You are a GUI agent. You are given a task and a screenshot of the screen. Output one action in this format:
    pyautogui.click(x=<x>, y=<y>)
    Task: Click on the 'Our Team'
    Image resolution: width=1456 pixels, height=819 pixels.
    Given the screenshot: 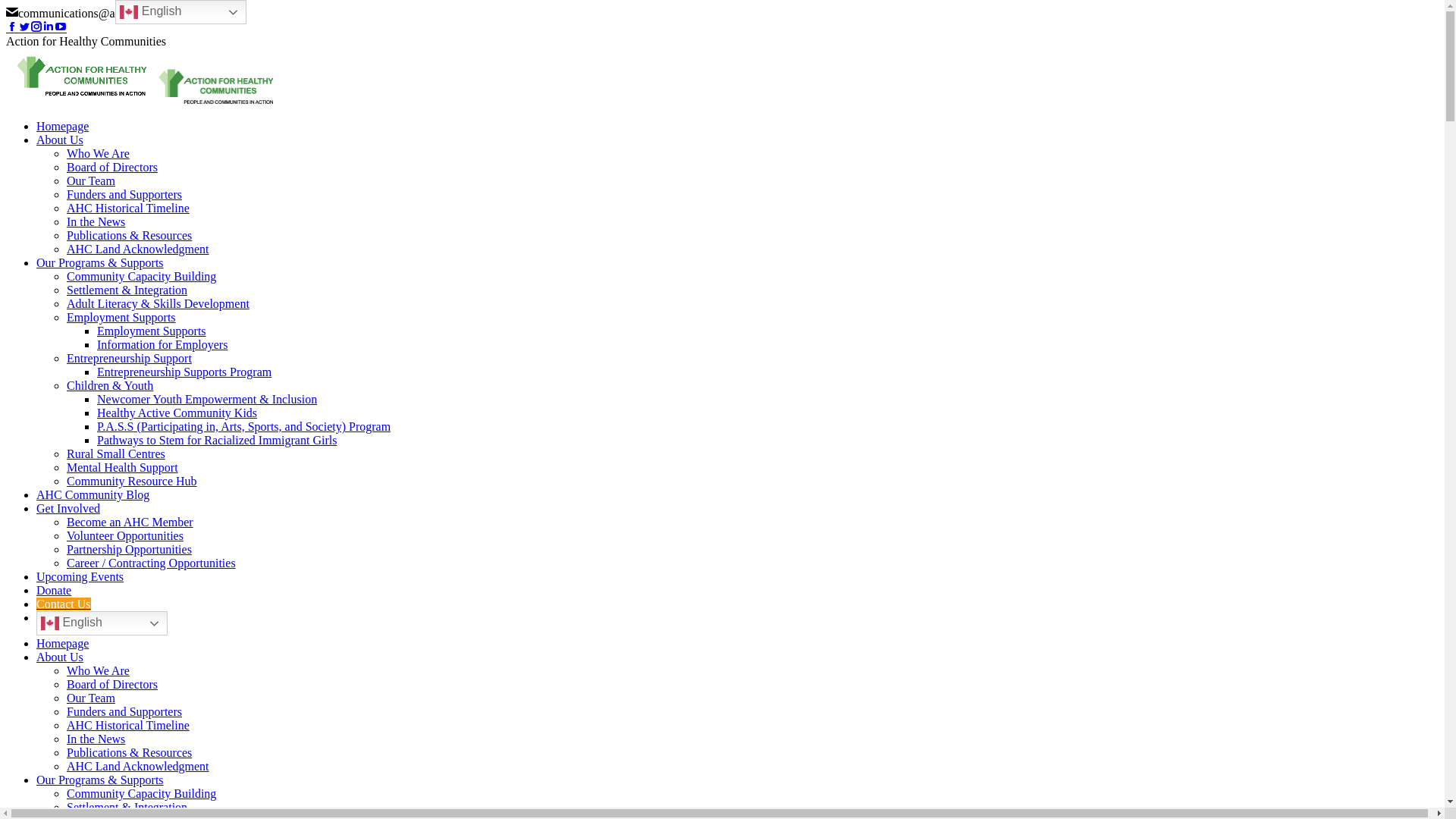 What is the action you would take?
    pyautogui.click(x=90, y=180)
    